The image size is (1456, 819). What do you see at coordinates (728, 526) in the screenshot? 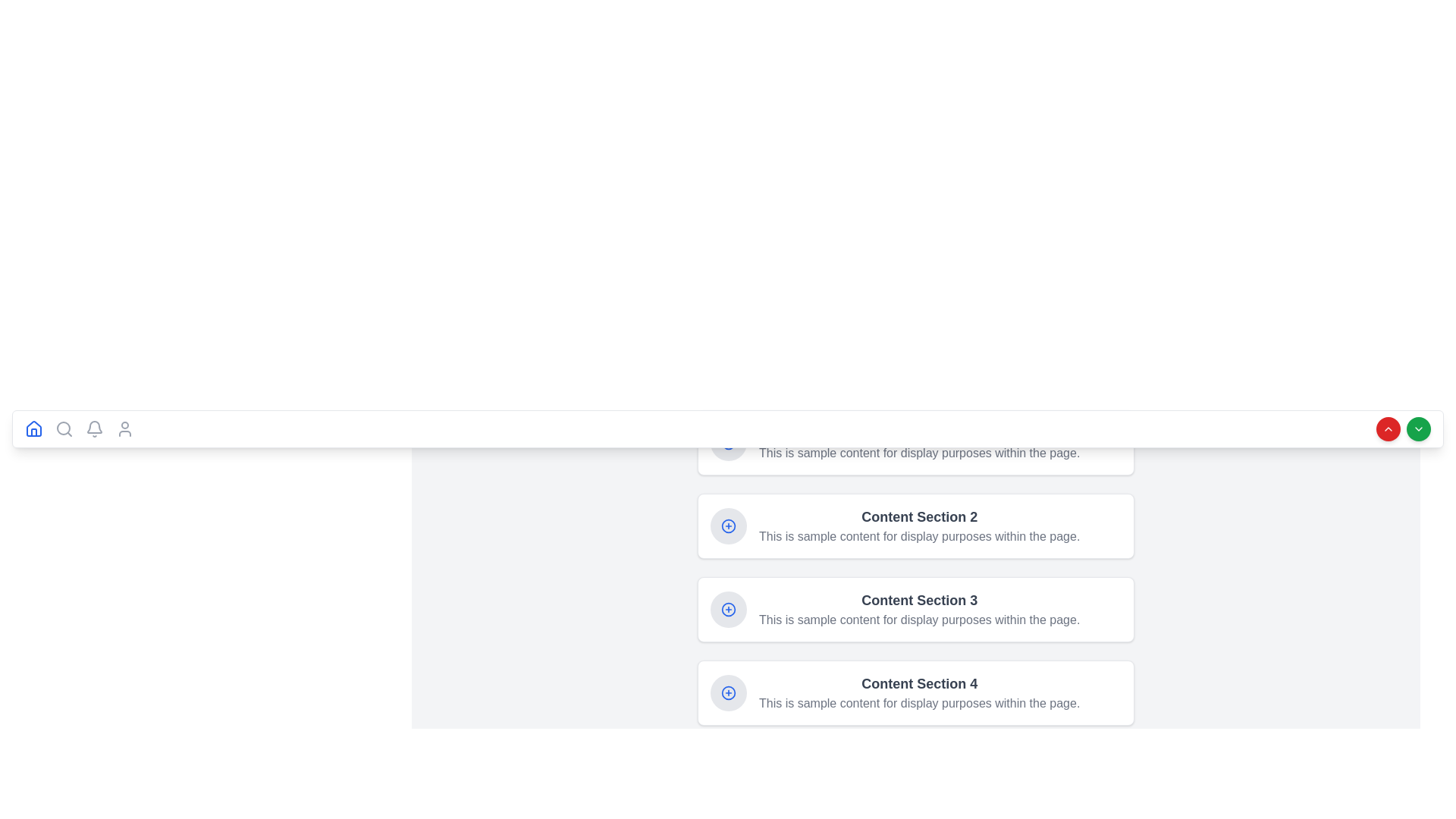
I see `the circular gray button with a blue plus icon located on the left side of 'Content Section 2'` at bounding box center [728, 526].